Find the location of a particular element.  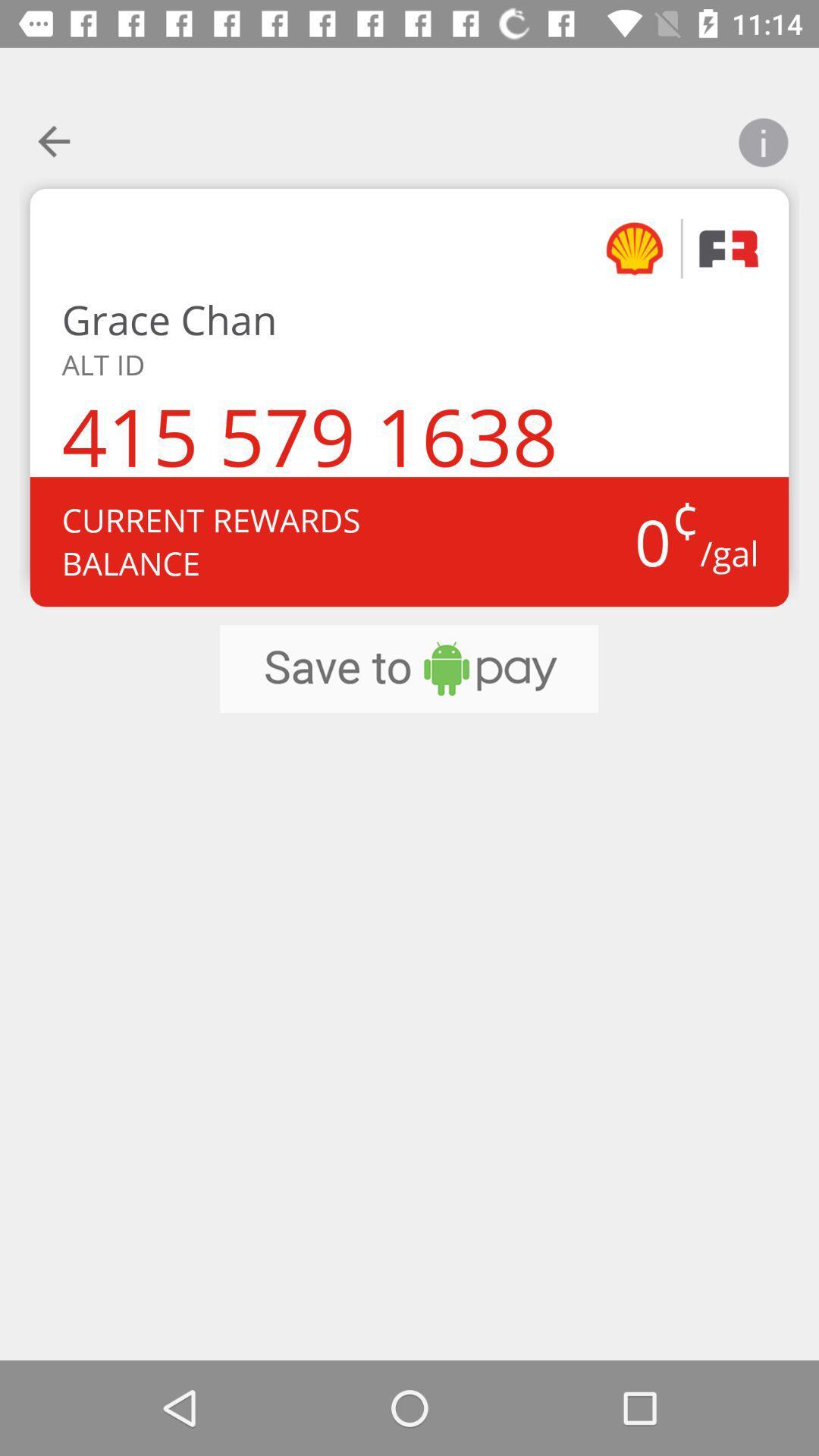

the icon below current rewards is located at coordinates (408, 668).